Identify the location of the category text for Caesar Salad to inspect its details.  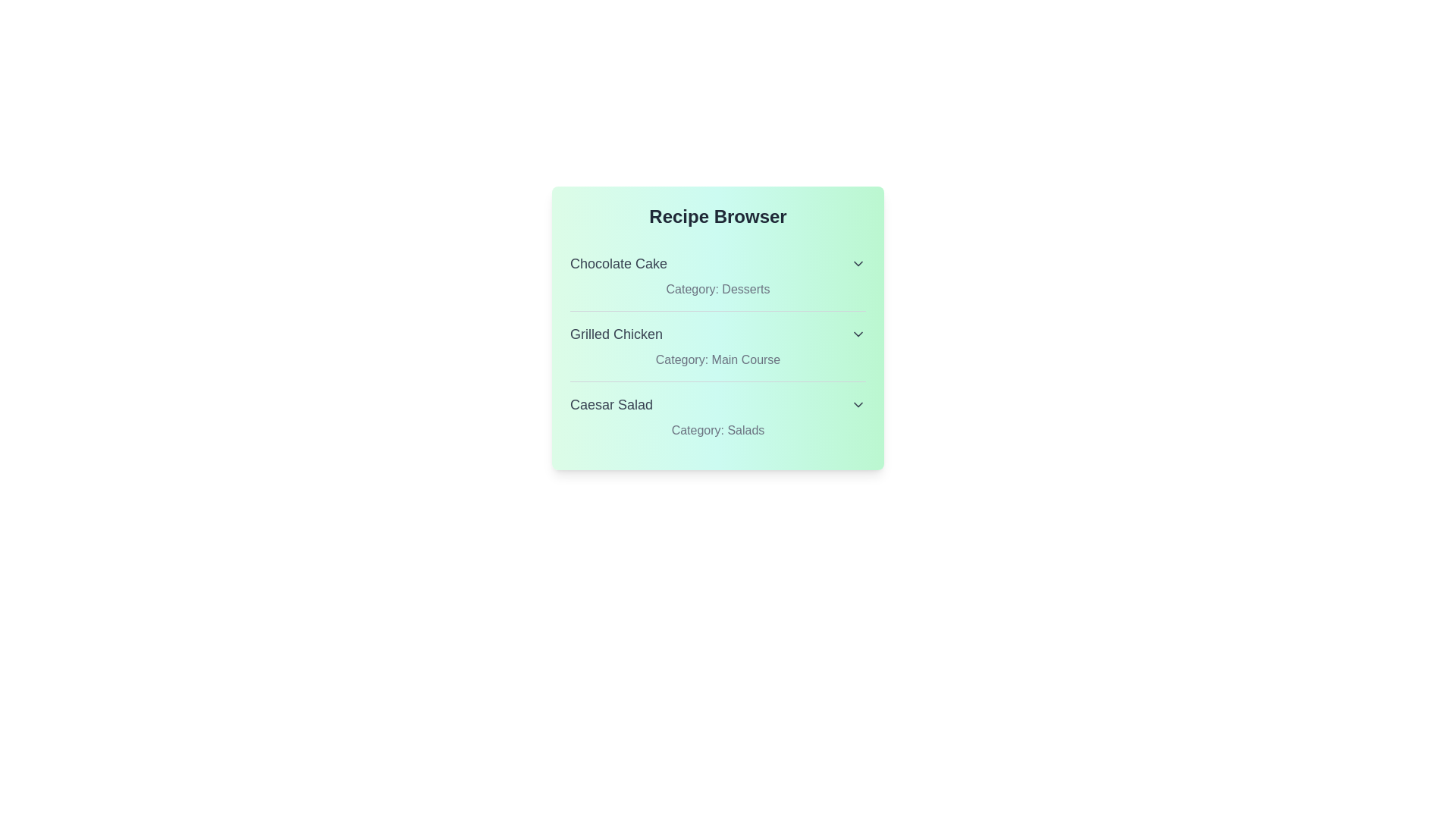
(717, 430).